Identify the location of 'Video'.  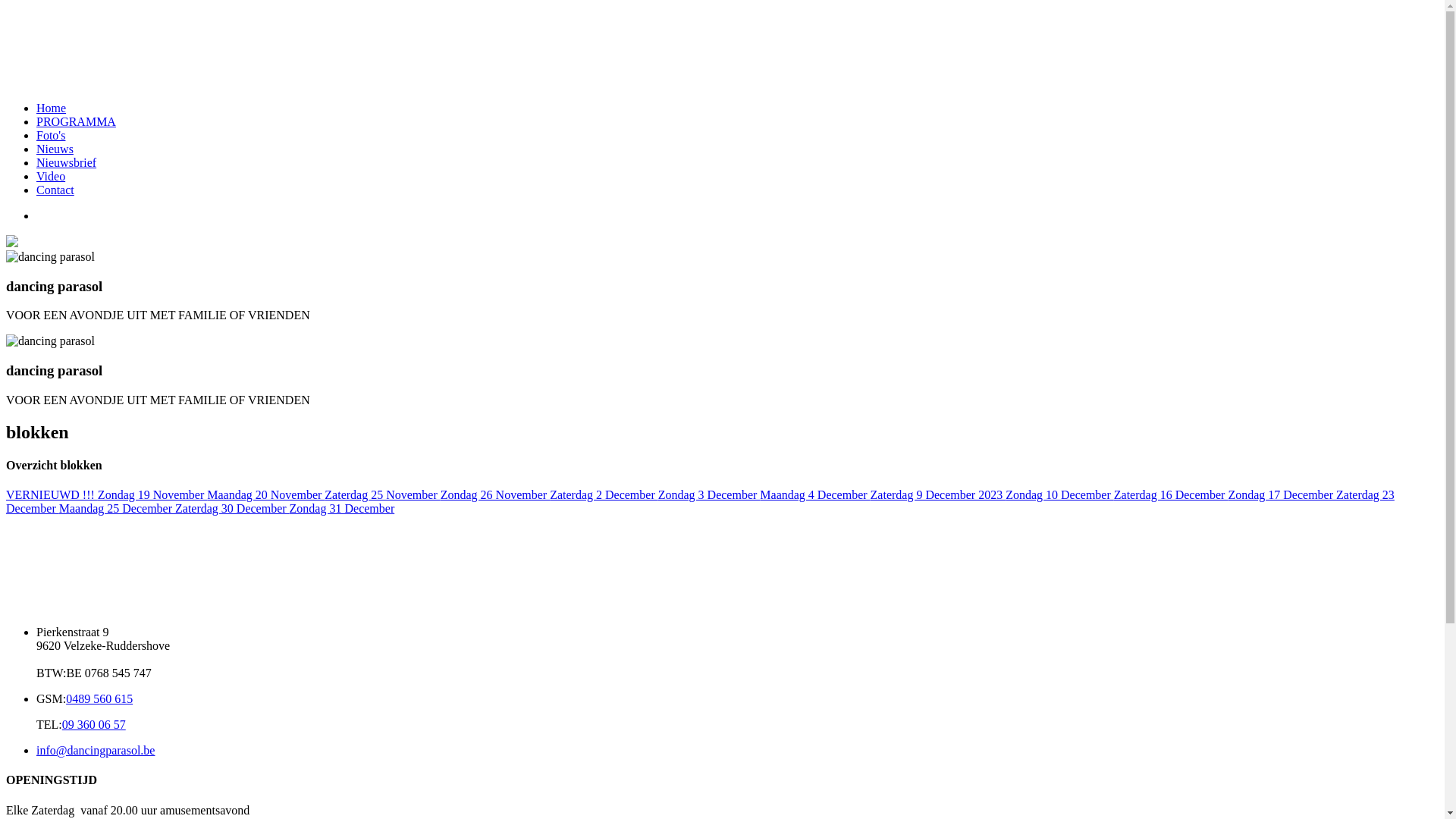
(51, 175).